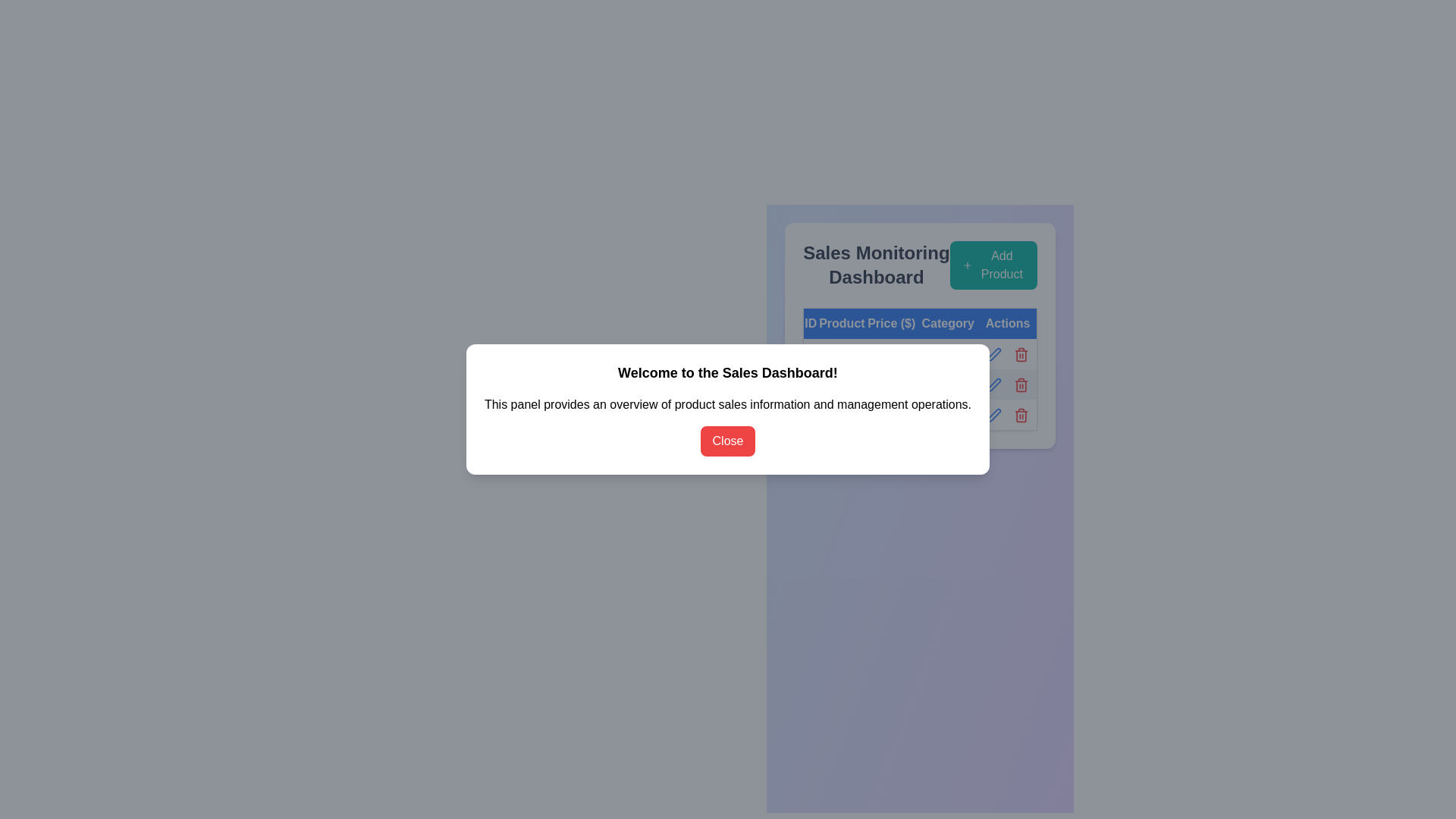 The height and width of the screenshot is (819, 1456). I want to click on the text label 'Actions' which is the last element in the header row of the Sales Monitoring Dashboard, so click(1008, 322).